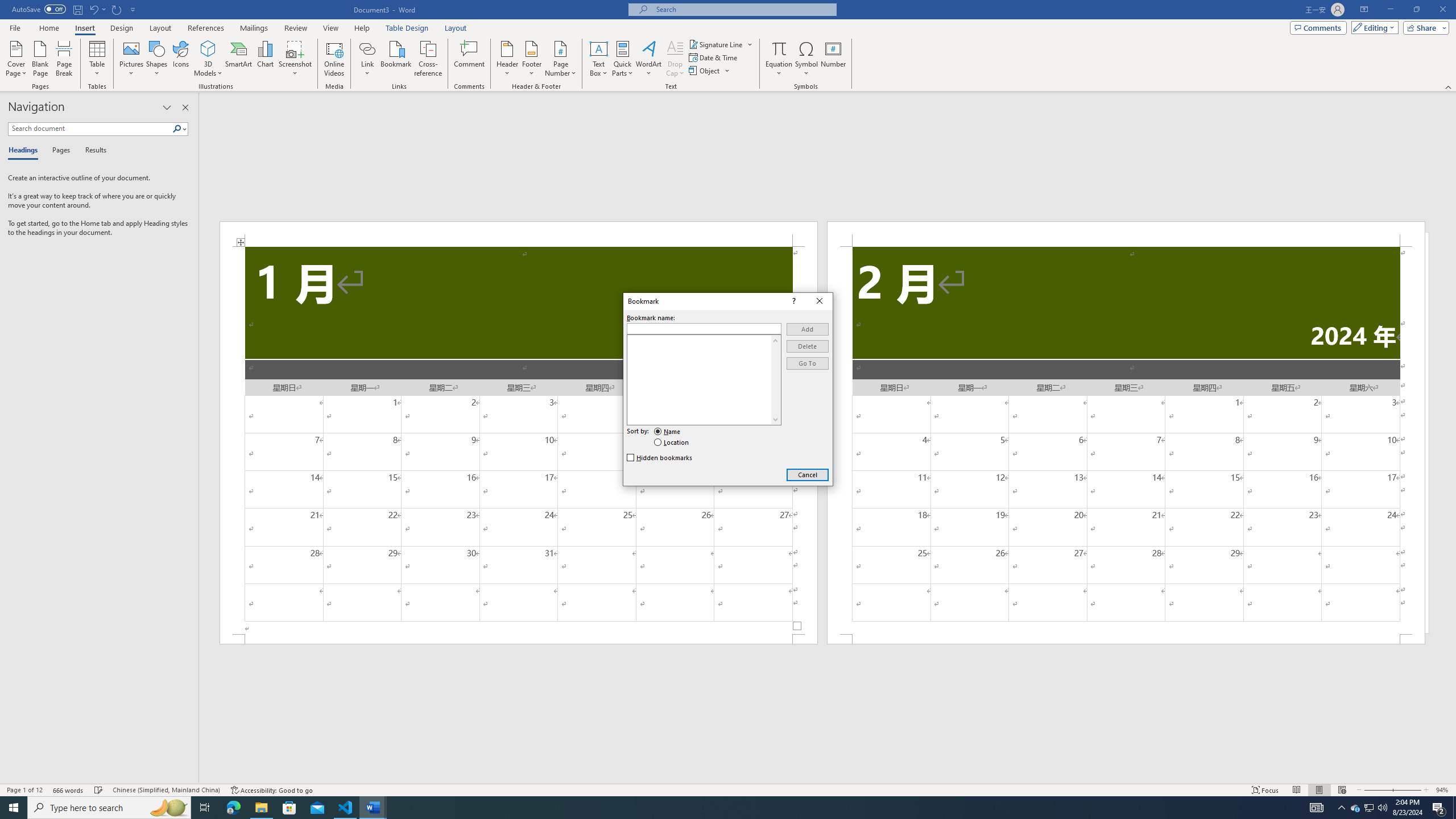  What do you see at coordinates (1439, 806) in the screenshot?
I see `'Action Center, 2 new notifications'` at bounding box center [1439, 806].